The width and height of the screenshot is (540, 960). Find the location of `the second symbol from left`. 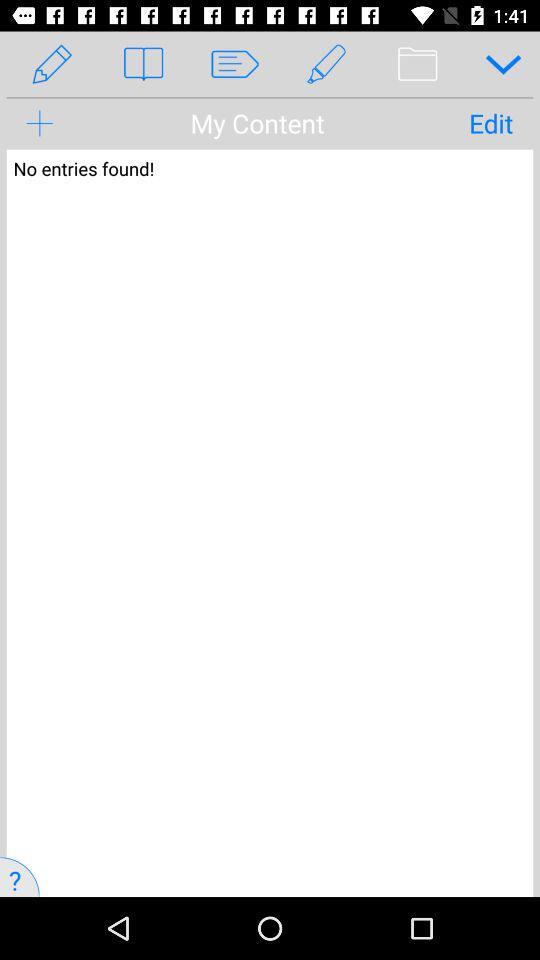

the second symbol from left is located at coordinates (142, 64).